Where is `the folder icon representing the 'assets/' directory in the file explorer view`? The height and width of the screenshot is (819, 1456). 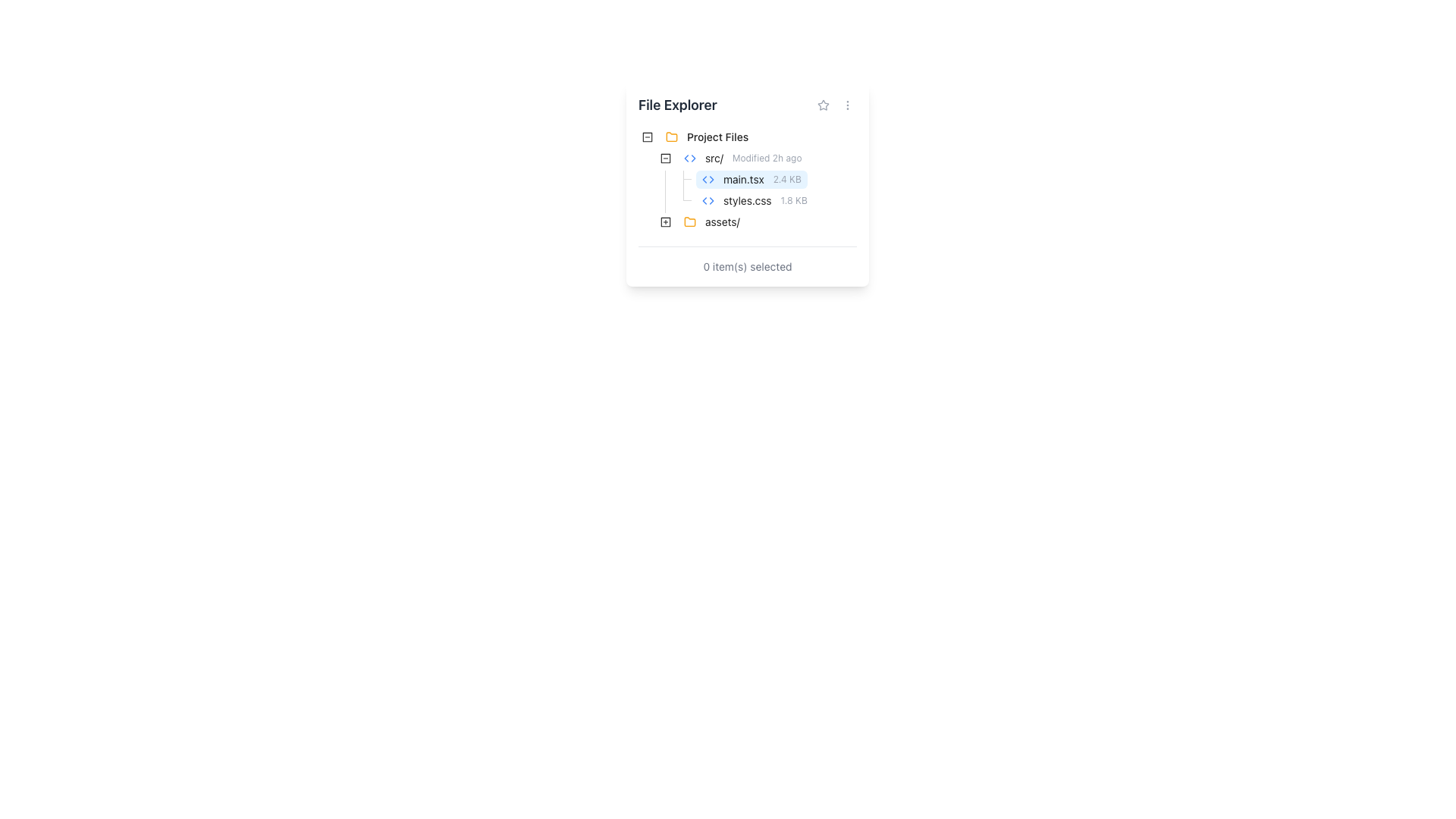 the folder icon representing the 'assets/' directory in the file explorer view is located at coordinates (689, 221).